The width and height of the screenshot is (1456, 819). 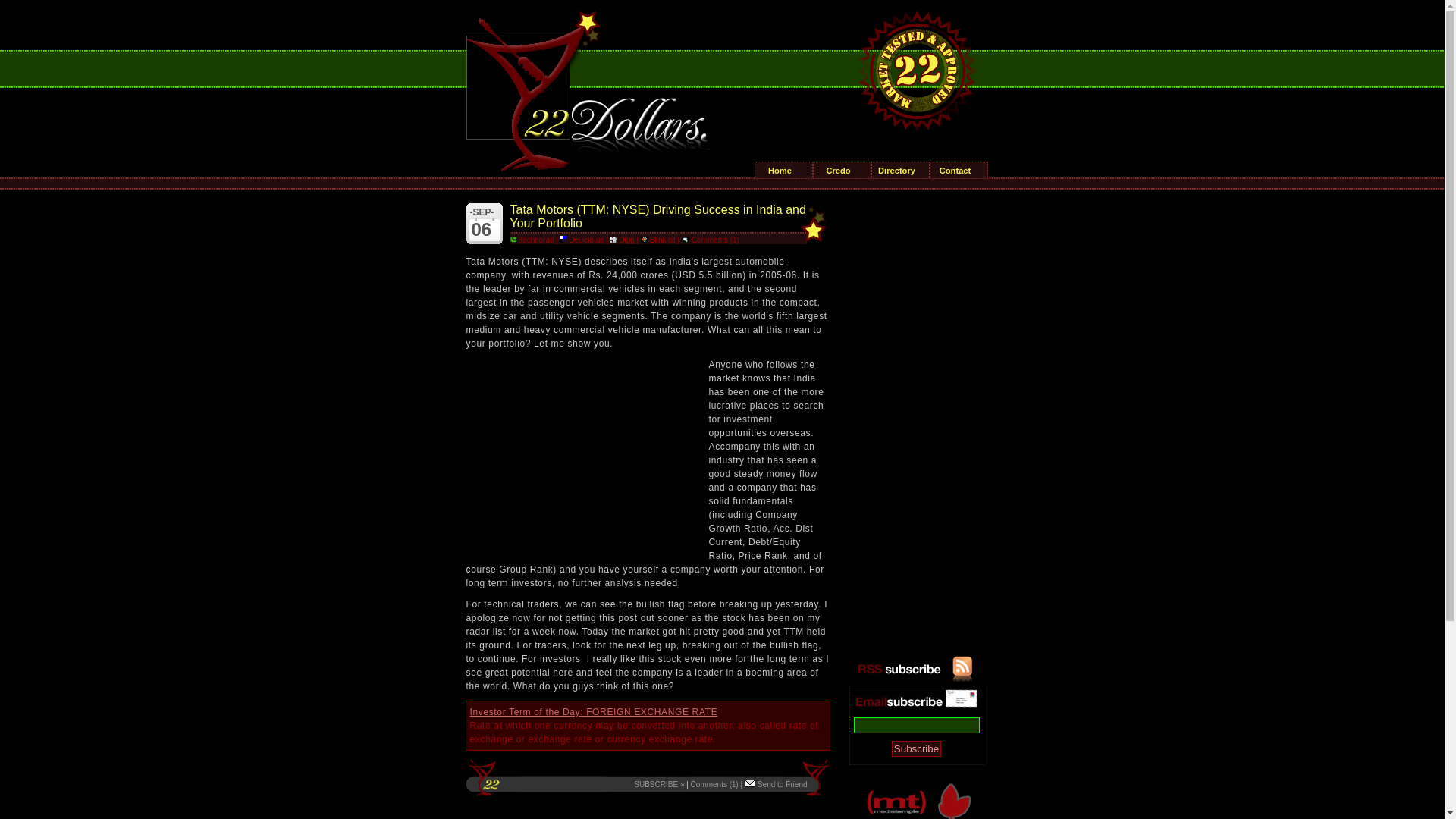 What do you see at coordinates (900, 170) in the screenshot?
I see `'Directory'` at bounding box center [900, 170].